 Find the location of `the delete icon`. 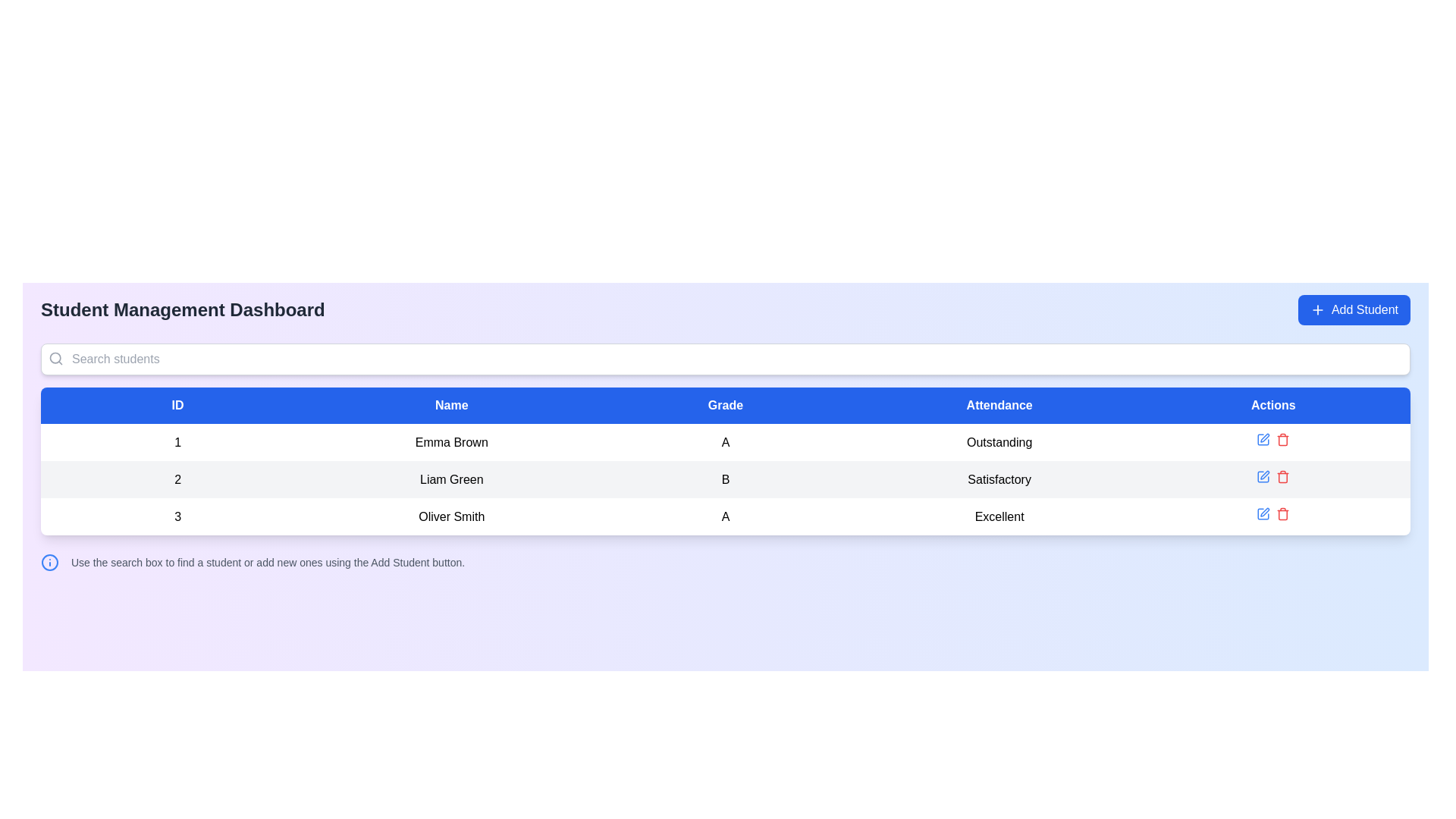

the delete icon is located at coordinates (1282, 475).